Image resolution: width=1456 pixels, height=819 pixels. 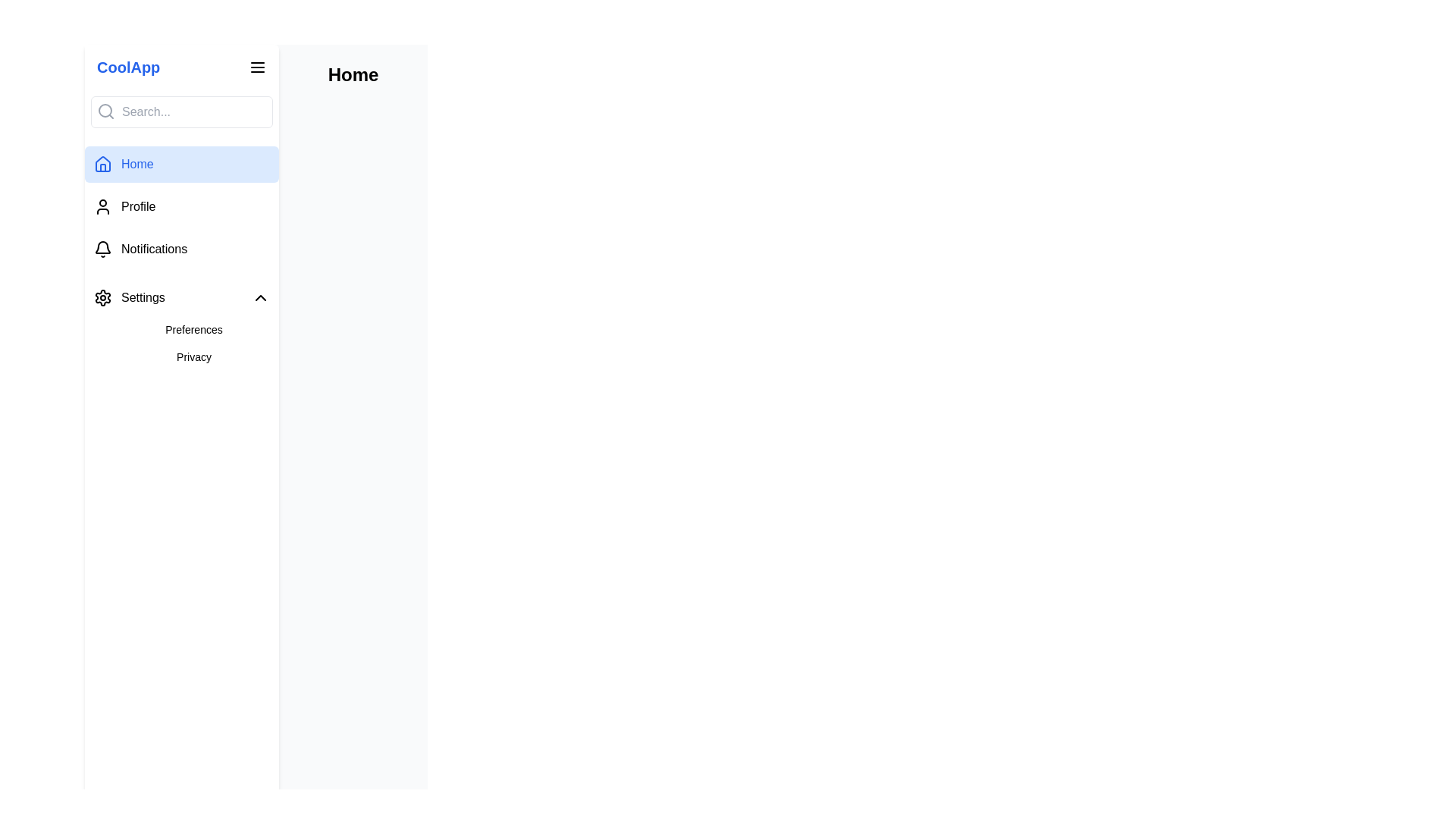 I want to click on the 'Profile' icon, so click(x=102, y=207).